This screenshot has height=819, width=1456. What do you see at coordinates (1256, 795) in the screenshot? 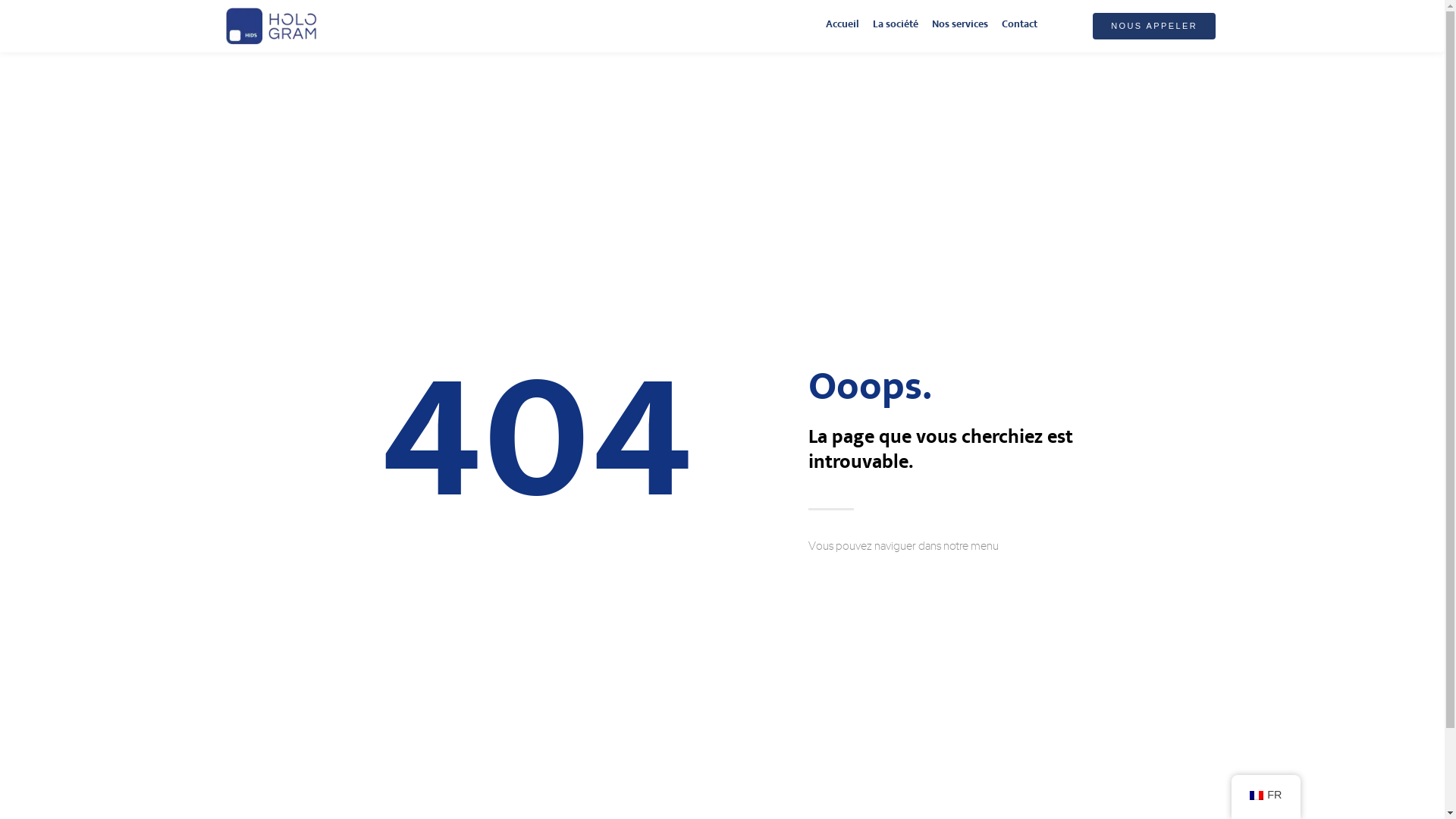
I see `'French'` at bounding box center [1256, 795].